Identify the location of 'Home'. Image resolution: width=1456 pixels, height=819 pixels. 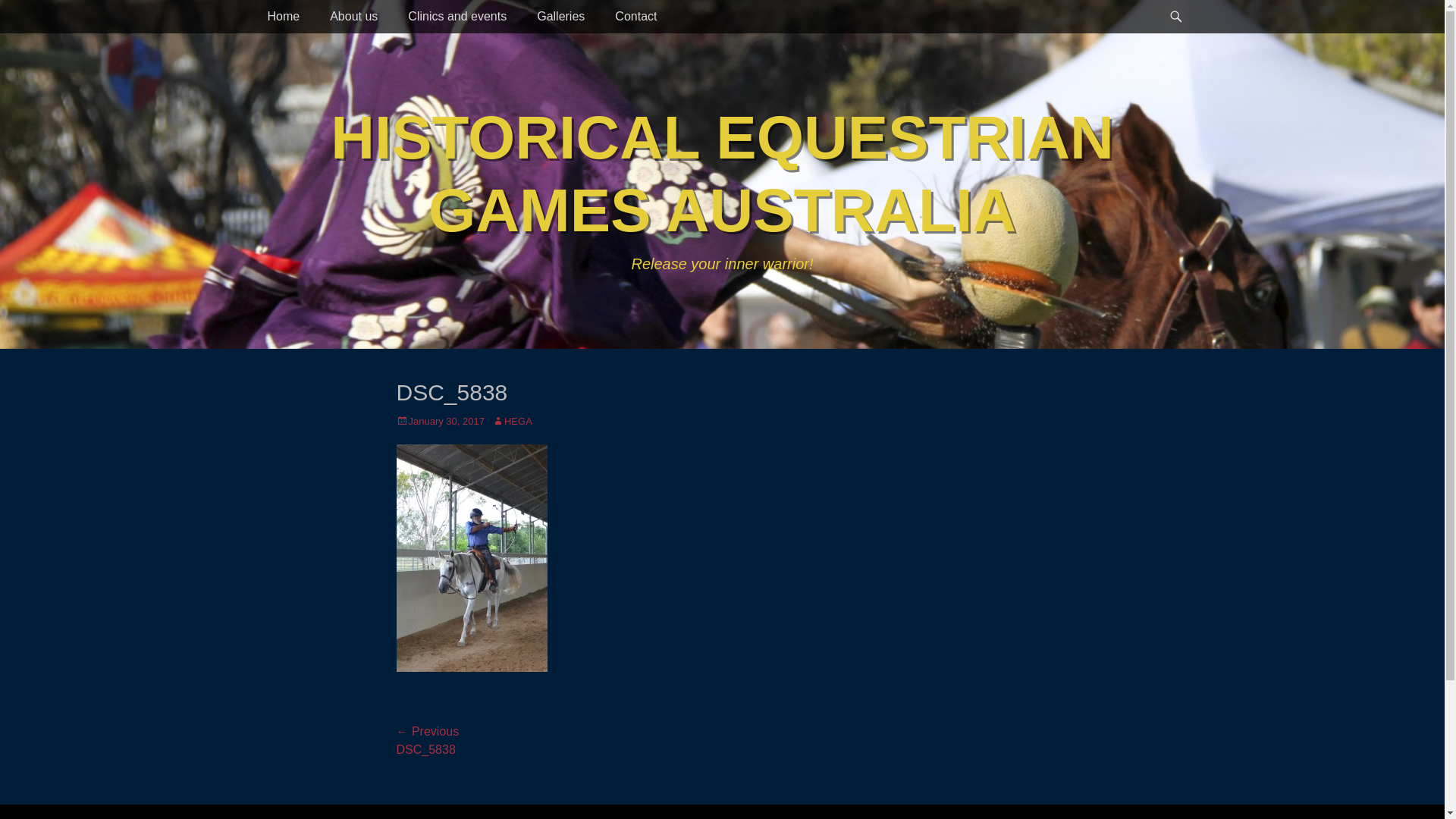
(283, 17).